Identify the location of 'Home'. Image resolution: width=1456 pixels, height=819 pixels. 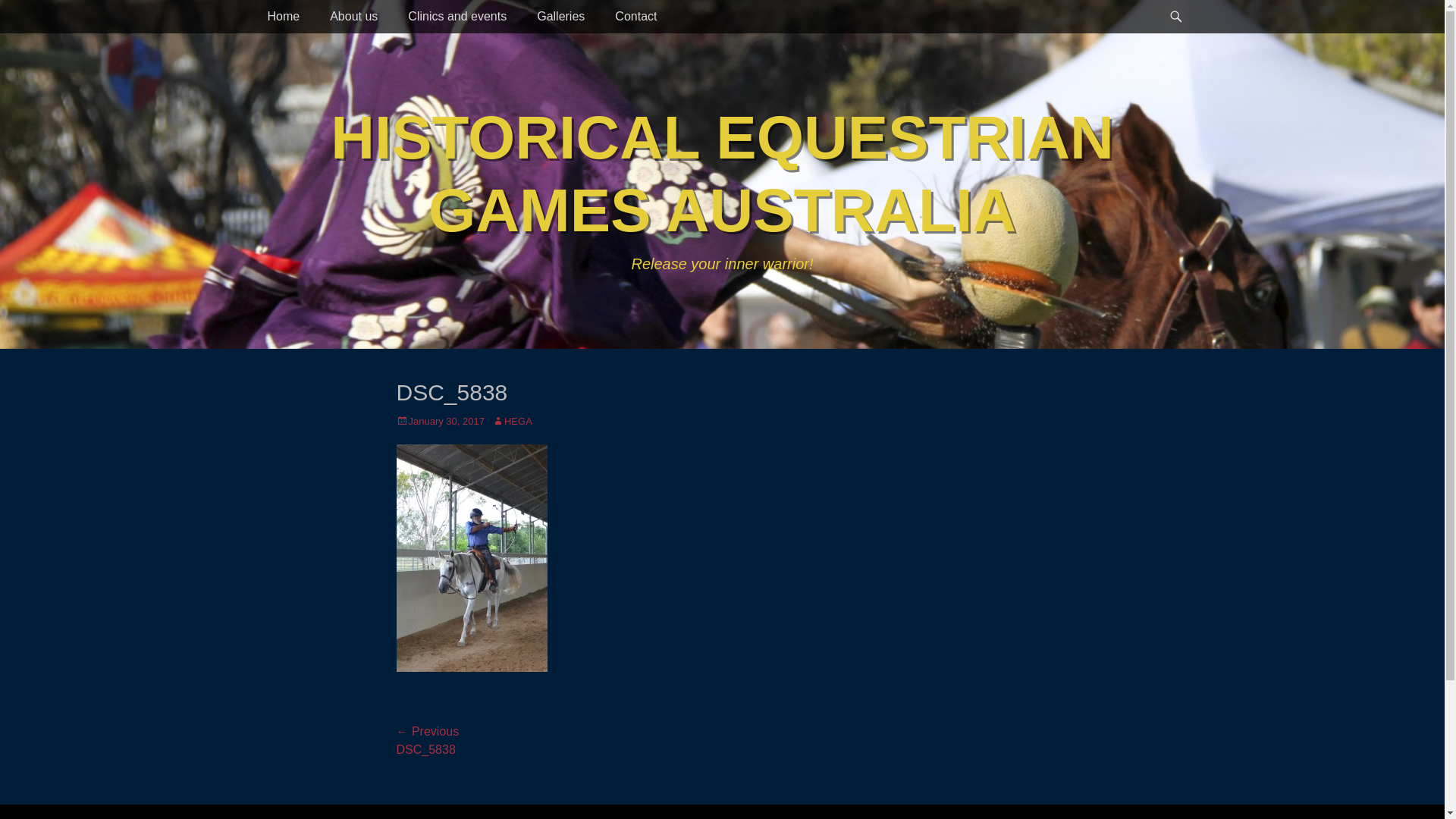
(283, 17).